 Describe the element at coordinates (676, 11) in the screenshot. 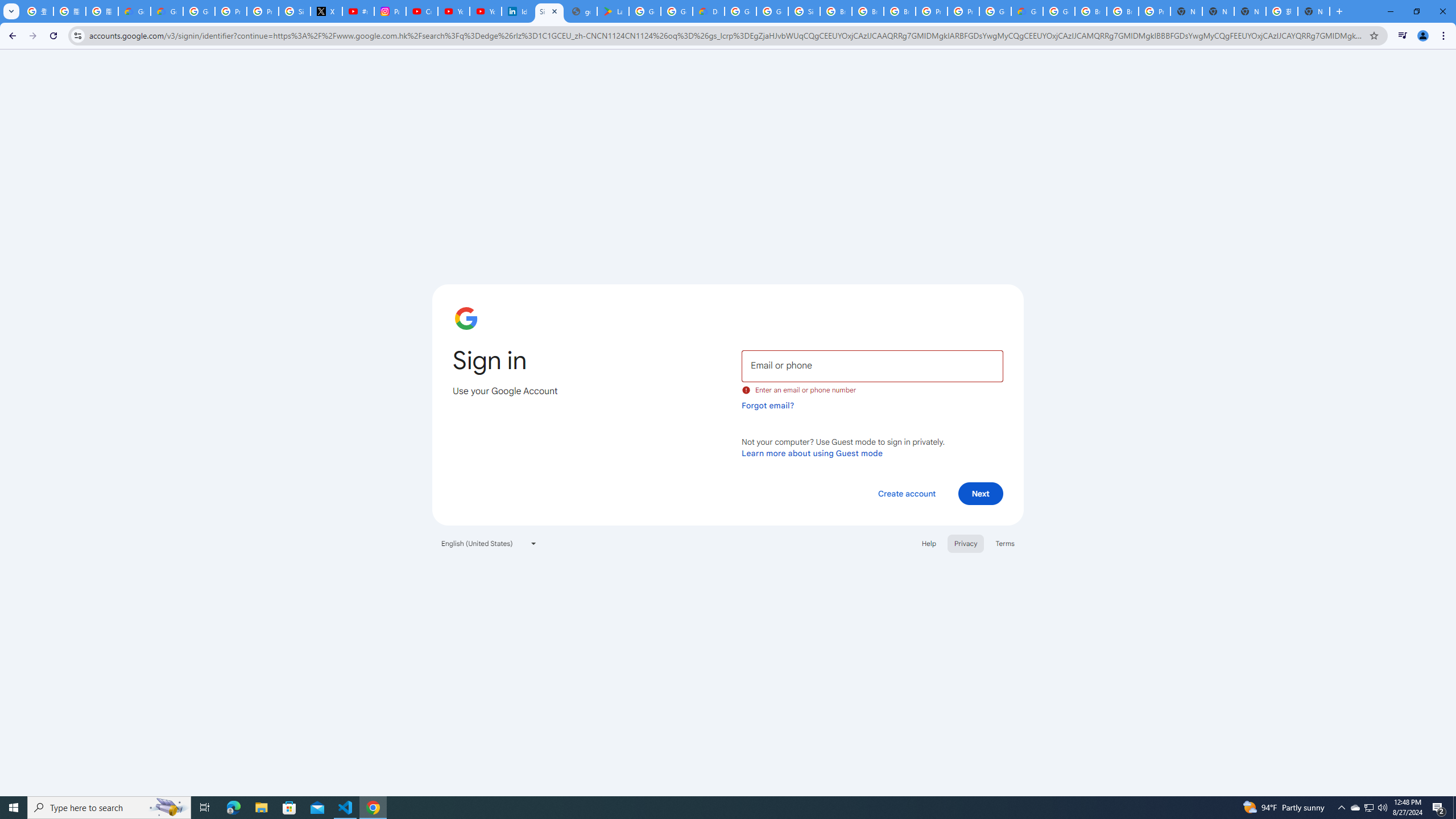

I see `'Google Workspace - Specific Terms'` at that location.